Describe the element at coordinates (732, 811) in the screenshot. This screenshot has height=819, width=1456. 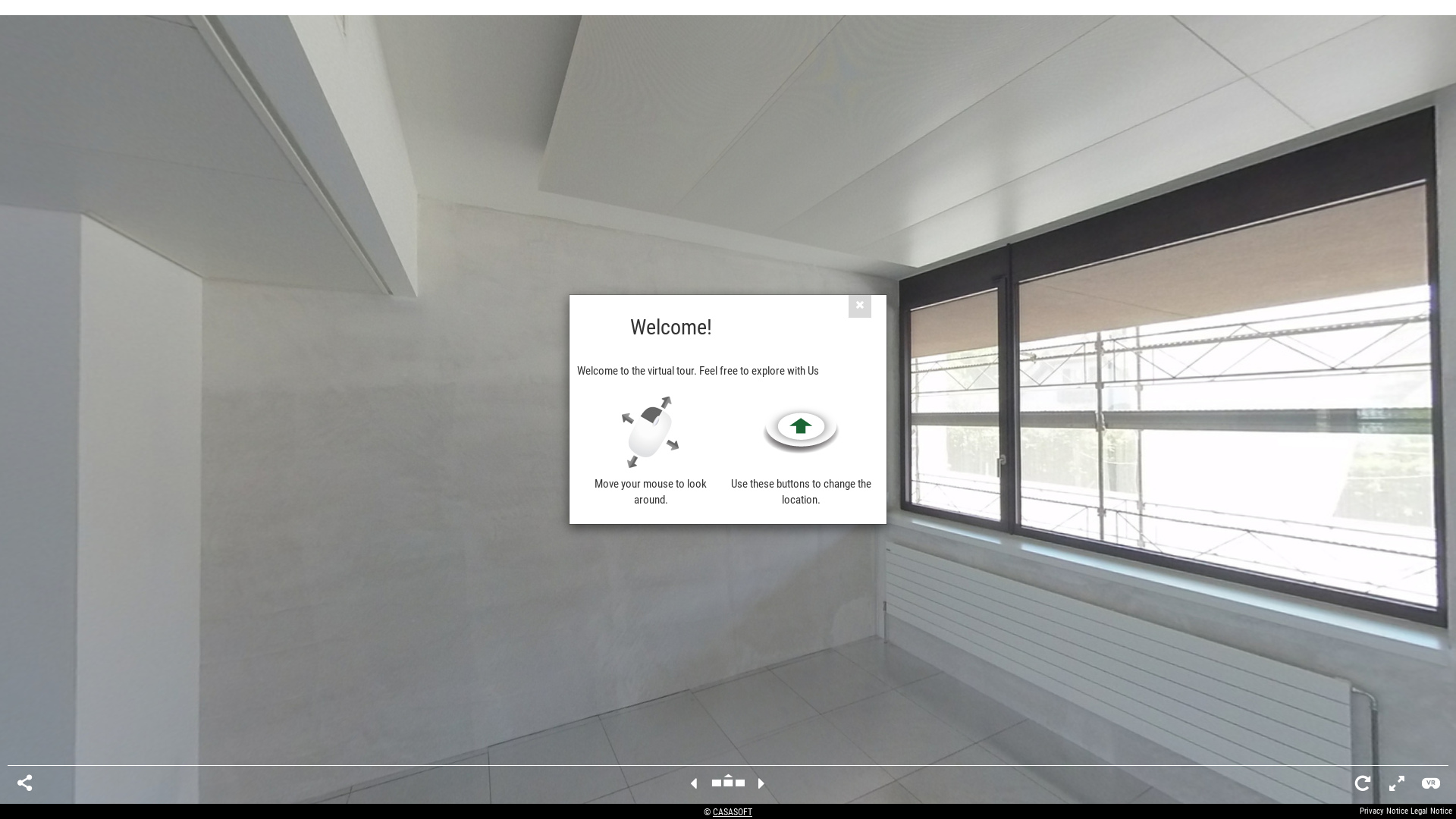
I see `'CASASOFT'` at that location.